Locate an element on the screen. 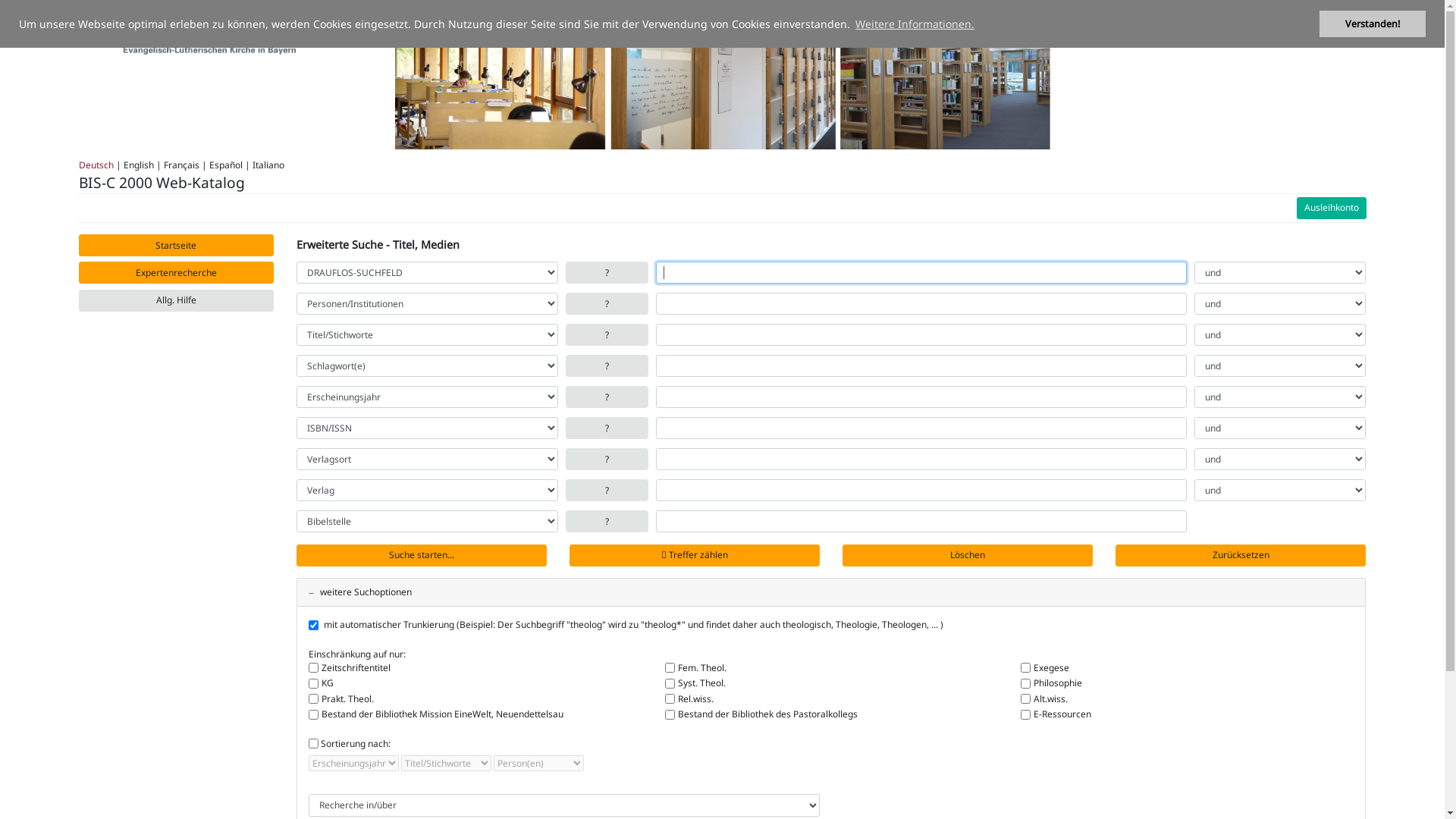 This screenshot has width=1456, height=819. 'English' is located at coordinates (138, 165).